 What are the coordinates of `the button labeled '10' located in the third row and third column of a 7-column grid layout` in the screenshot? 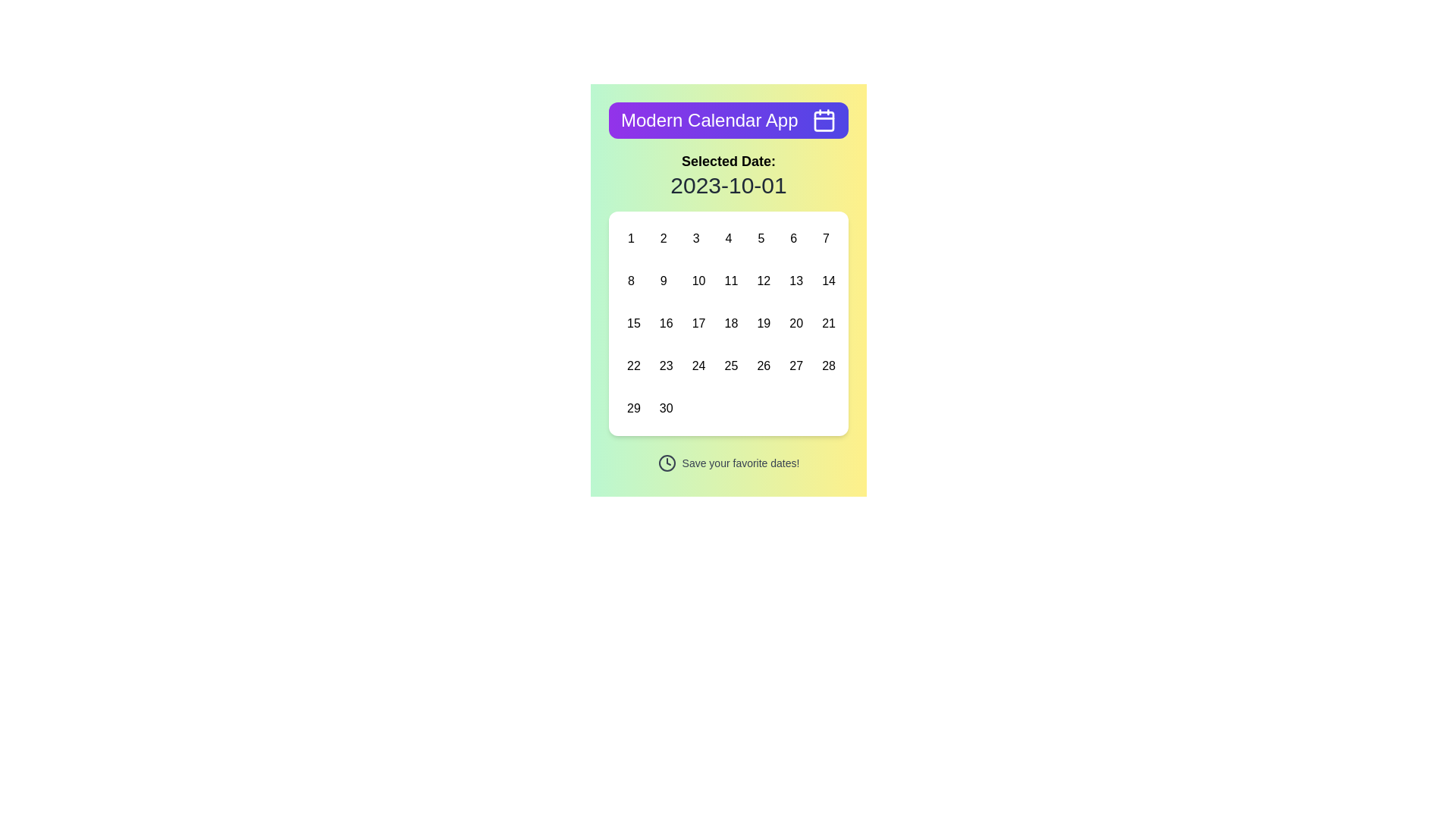 It's located at (695, 281).